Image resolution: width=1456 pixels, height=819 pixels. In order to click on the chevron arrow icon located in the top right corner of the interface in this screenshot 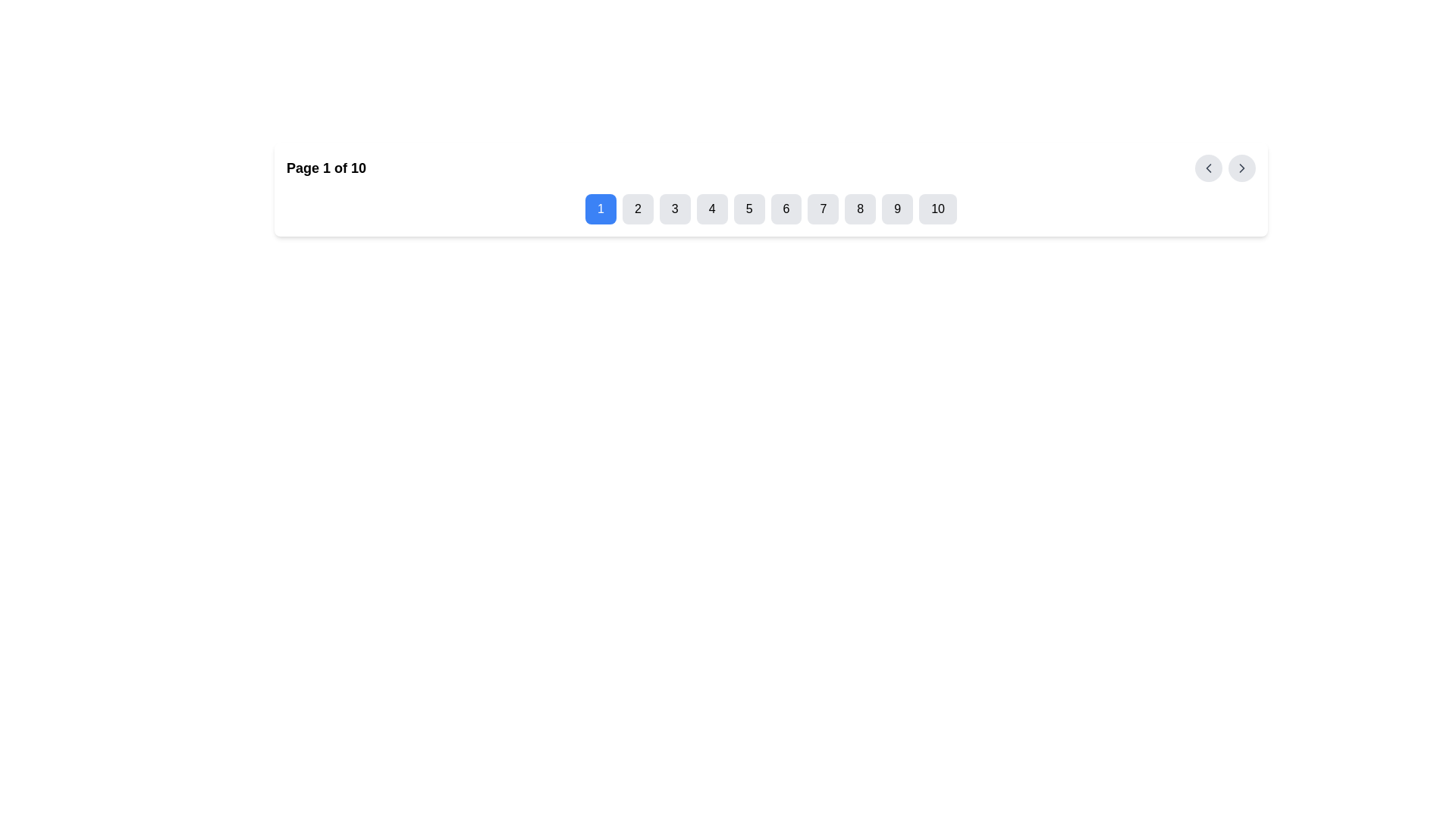, I will do `click(1241, 168)`.